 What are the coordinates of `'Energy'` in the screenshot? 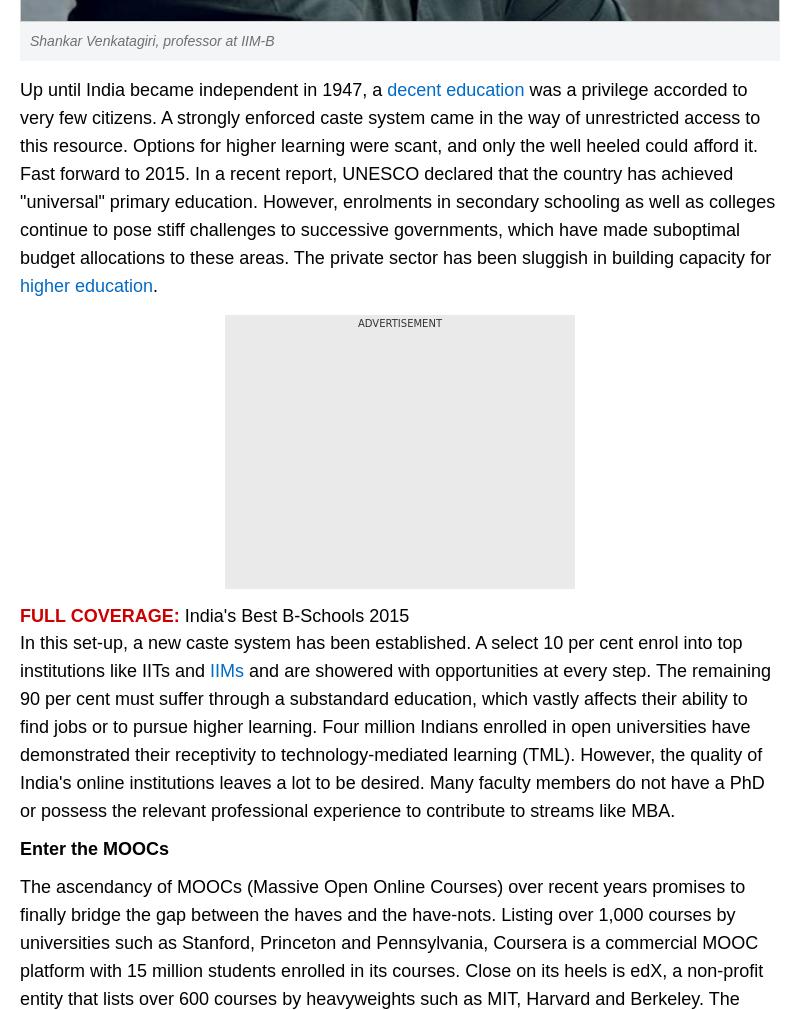 It's located at (413, 782).